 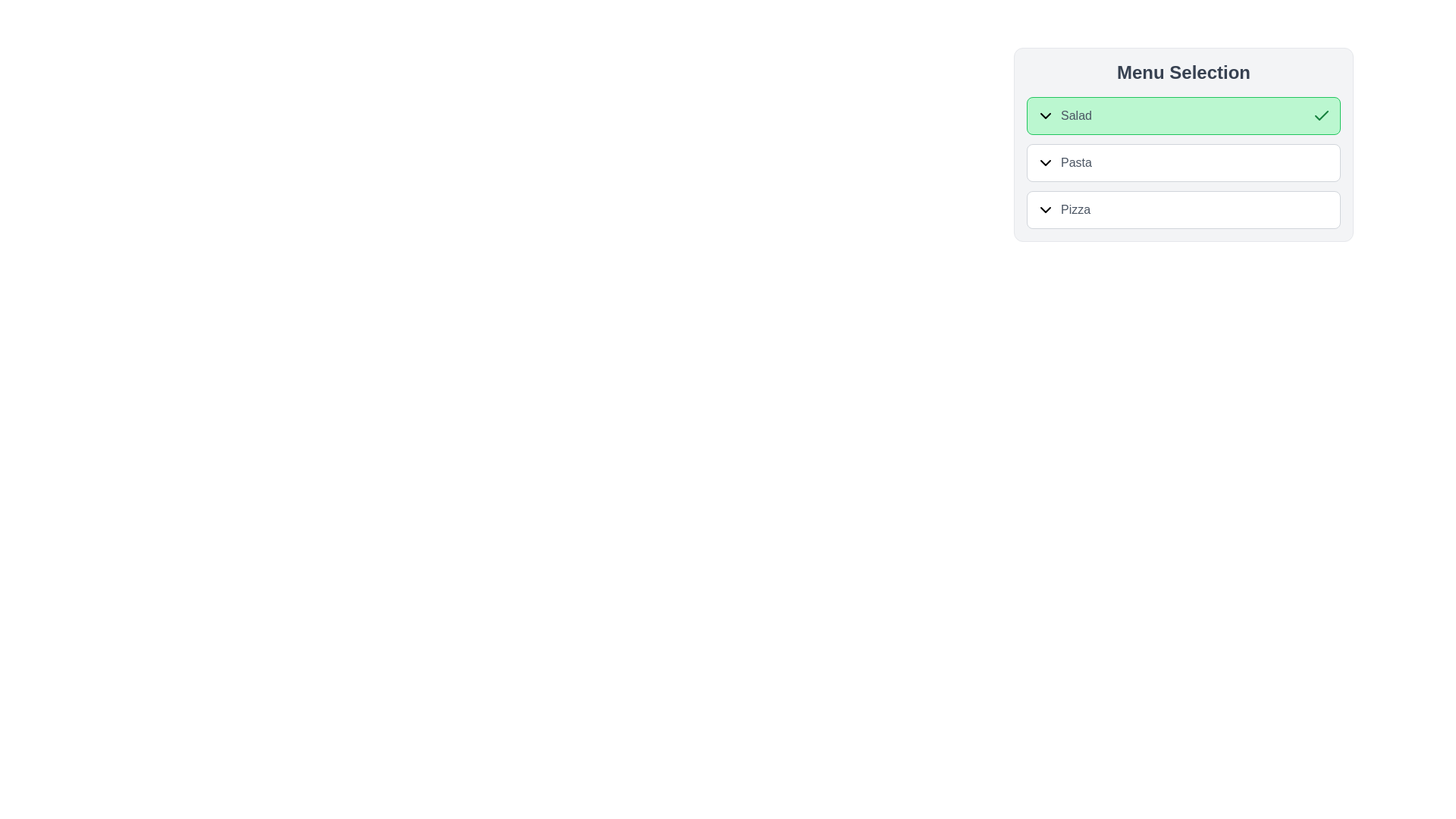 I want to click on the downward-pointing chevron icon next to the 'Salad' text, so click(x=1044, y=115).